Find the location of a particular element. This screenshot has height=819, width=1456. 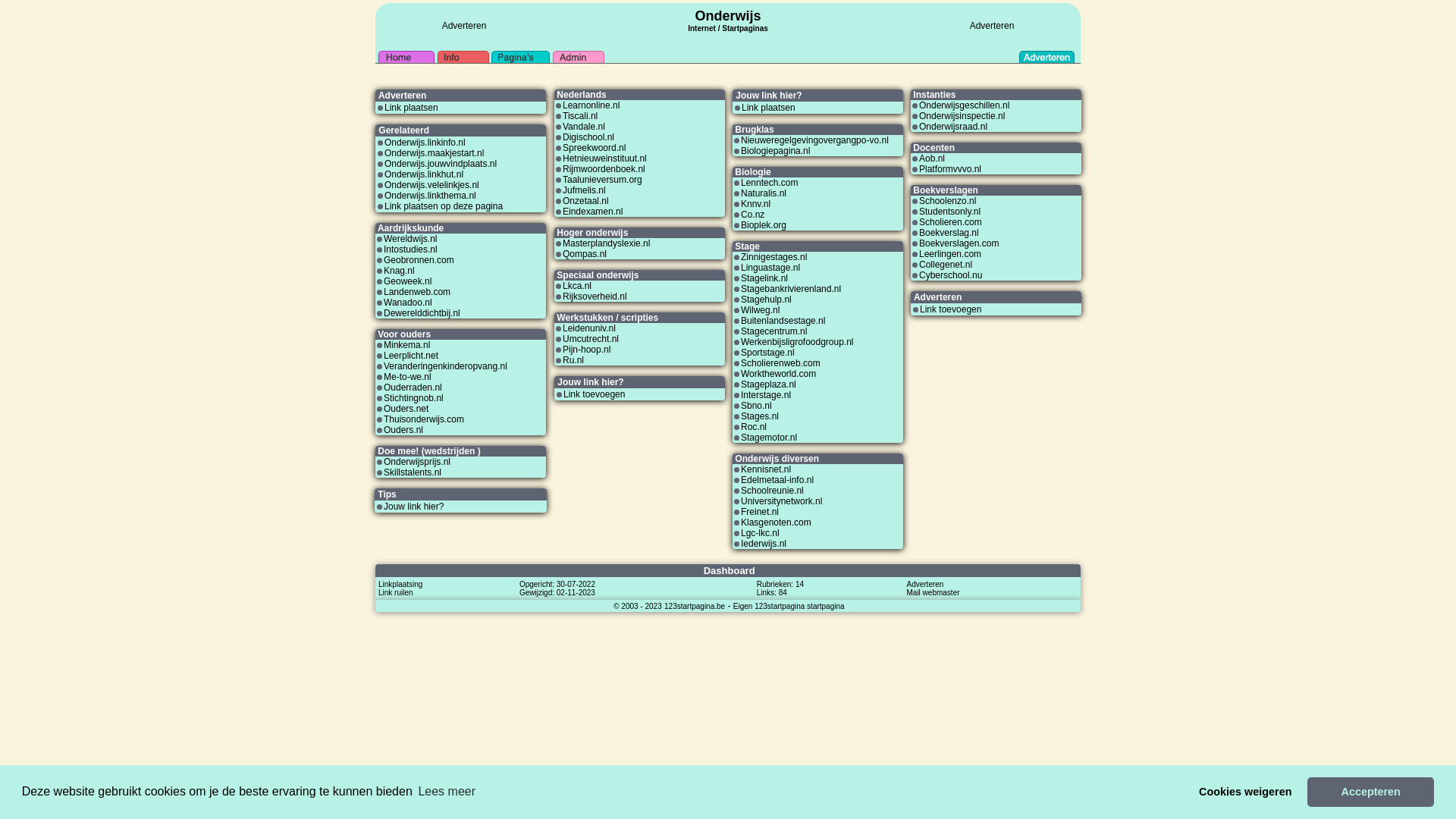

'Intostudies.nl' is located at coordinates (410, 248).